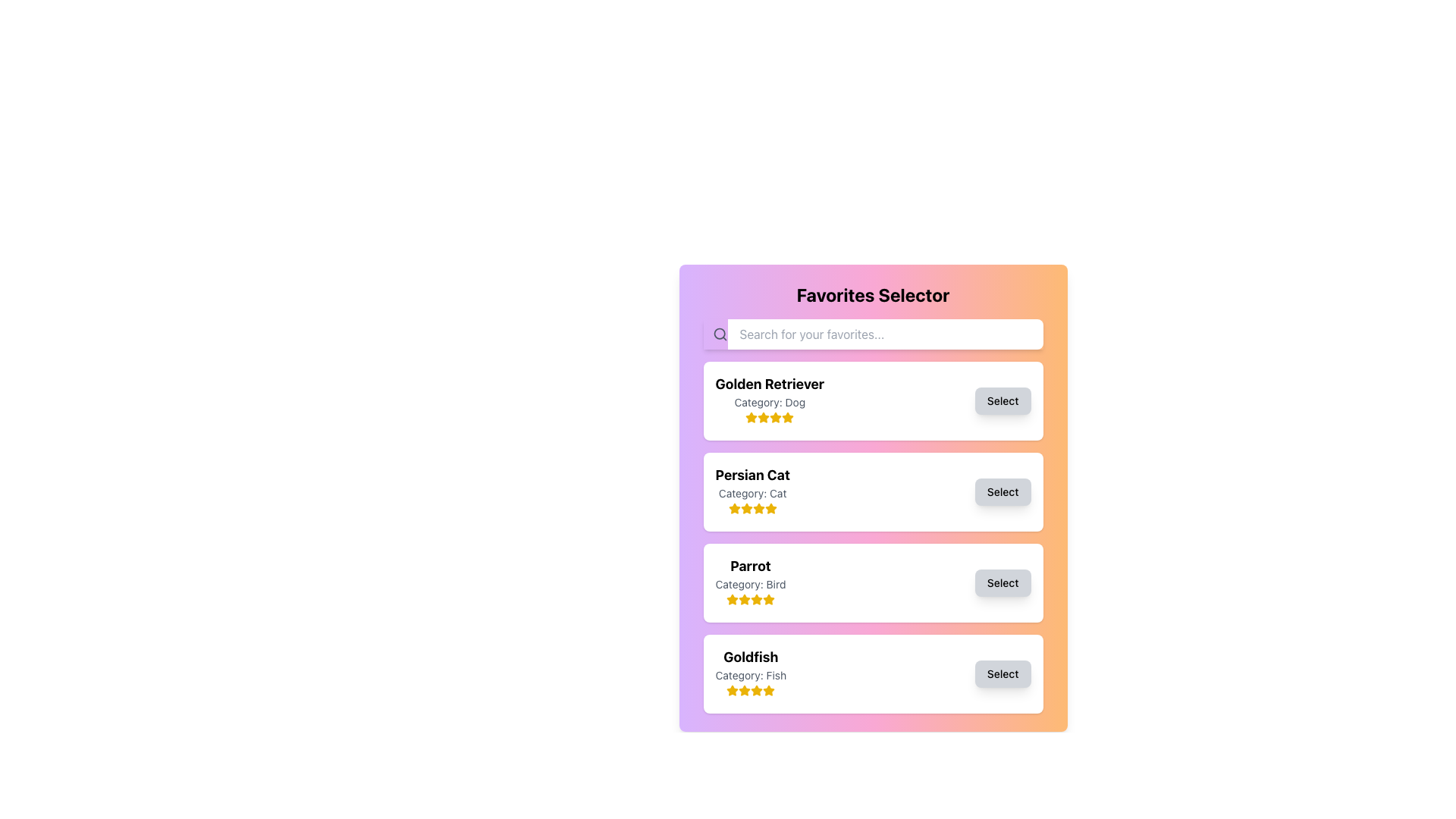 Image resolution: width=1456 pixels, height=819 pixels. What do you see at coordinates (732, 598) in the screenshot?
I see `the third yellow star icon representing one unit of the five-star rating system for the 'Parrot' item, located in the third card of the 'Favorites Selector' UI` at bounding box center [732, 598].